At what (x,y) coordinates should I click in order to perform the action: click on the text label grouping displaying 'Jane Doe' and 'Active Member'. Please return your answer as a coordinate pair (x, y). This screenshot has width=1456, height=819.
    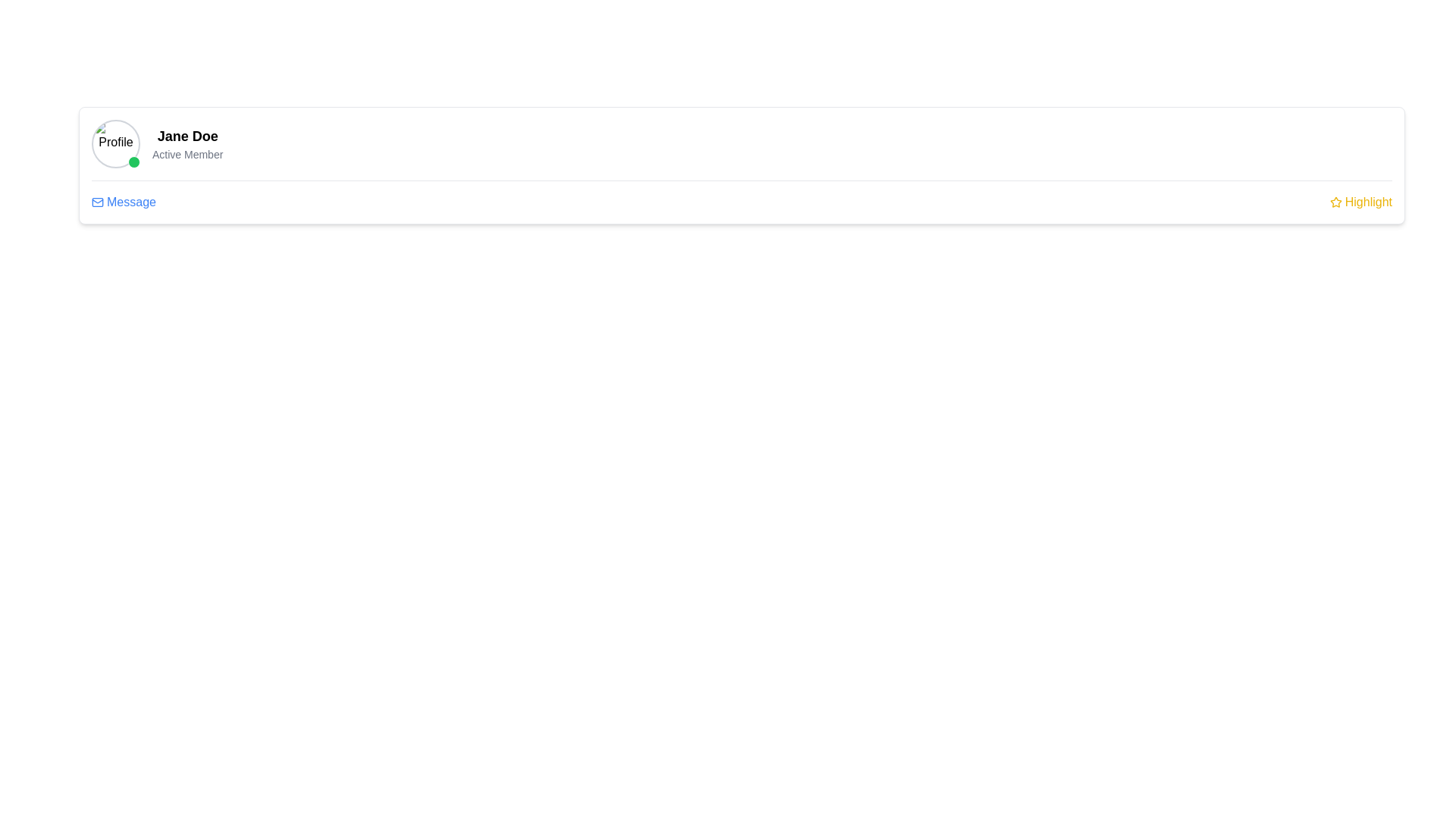
    Looking at the image, I should click on (187, 143).